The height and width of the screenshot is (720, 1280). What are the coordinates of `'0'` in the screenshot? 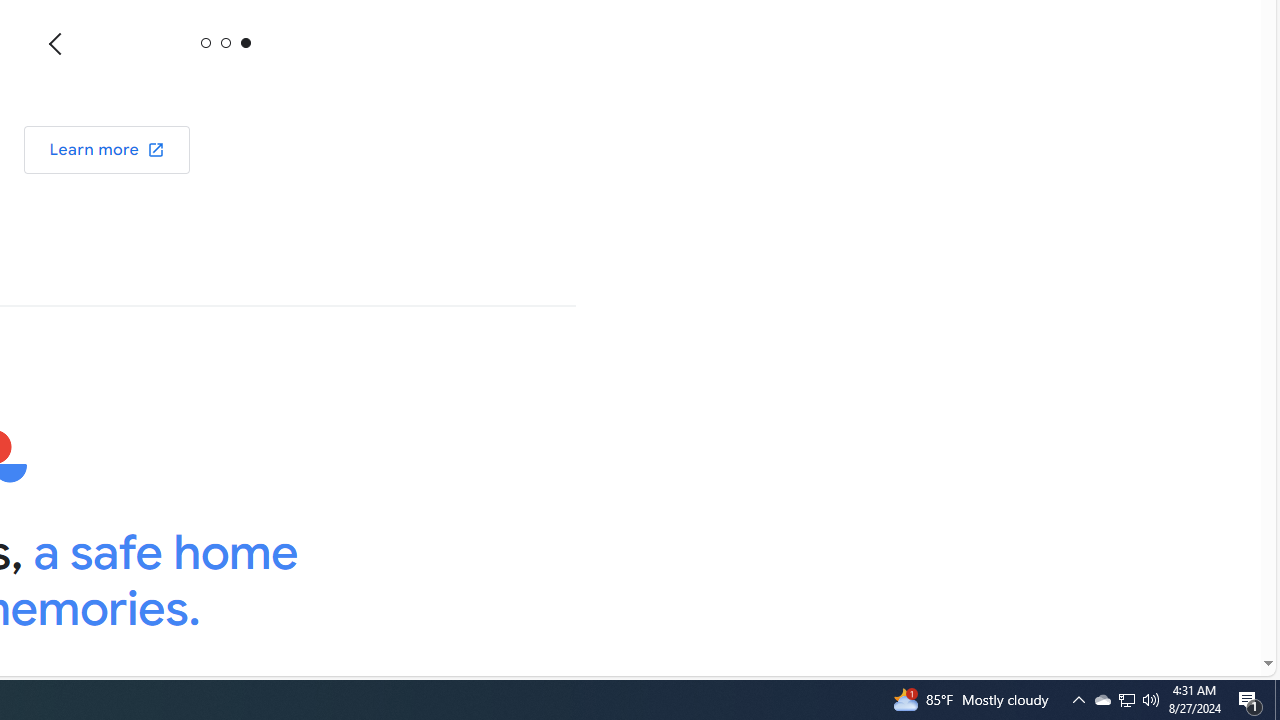 It's located at (206, 42).